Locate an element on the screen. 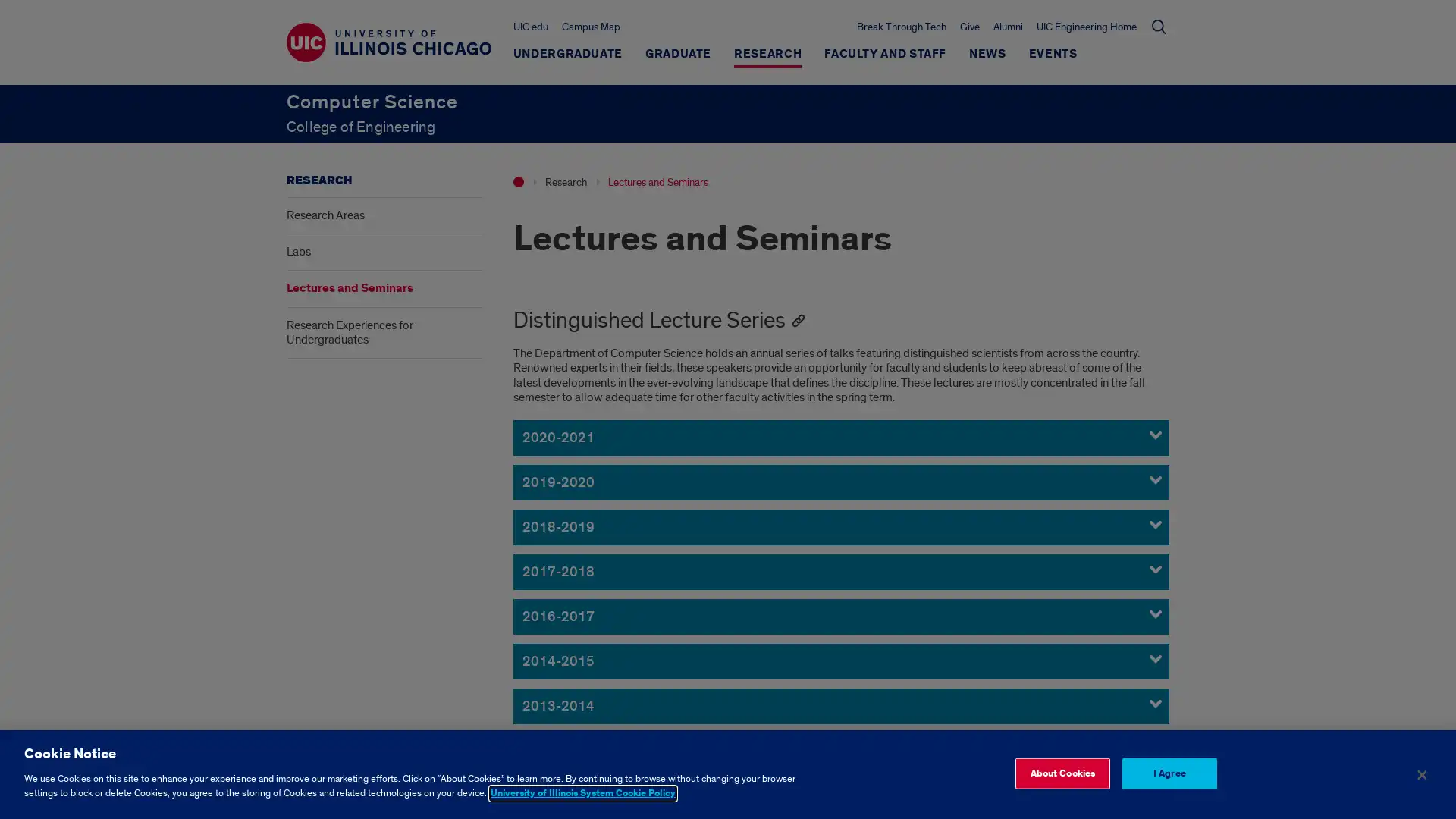 This screenshot has width=1456, height=819. 2018-2019 is located at coordinates (839, 526).